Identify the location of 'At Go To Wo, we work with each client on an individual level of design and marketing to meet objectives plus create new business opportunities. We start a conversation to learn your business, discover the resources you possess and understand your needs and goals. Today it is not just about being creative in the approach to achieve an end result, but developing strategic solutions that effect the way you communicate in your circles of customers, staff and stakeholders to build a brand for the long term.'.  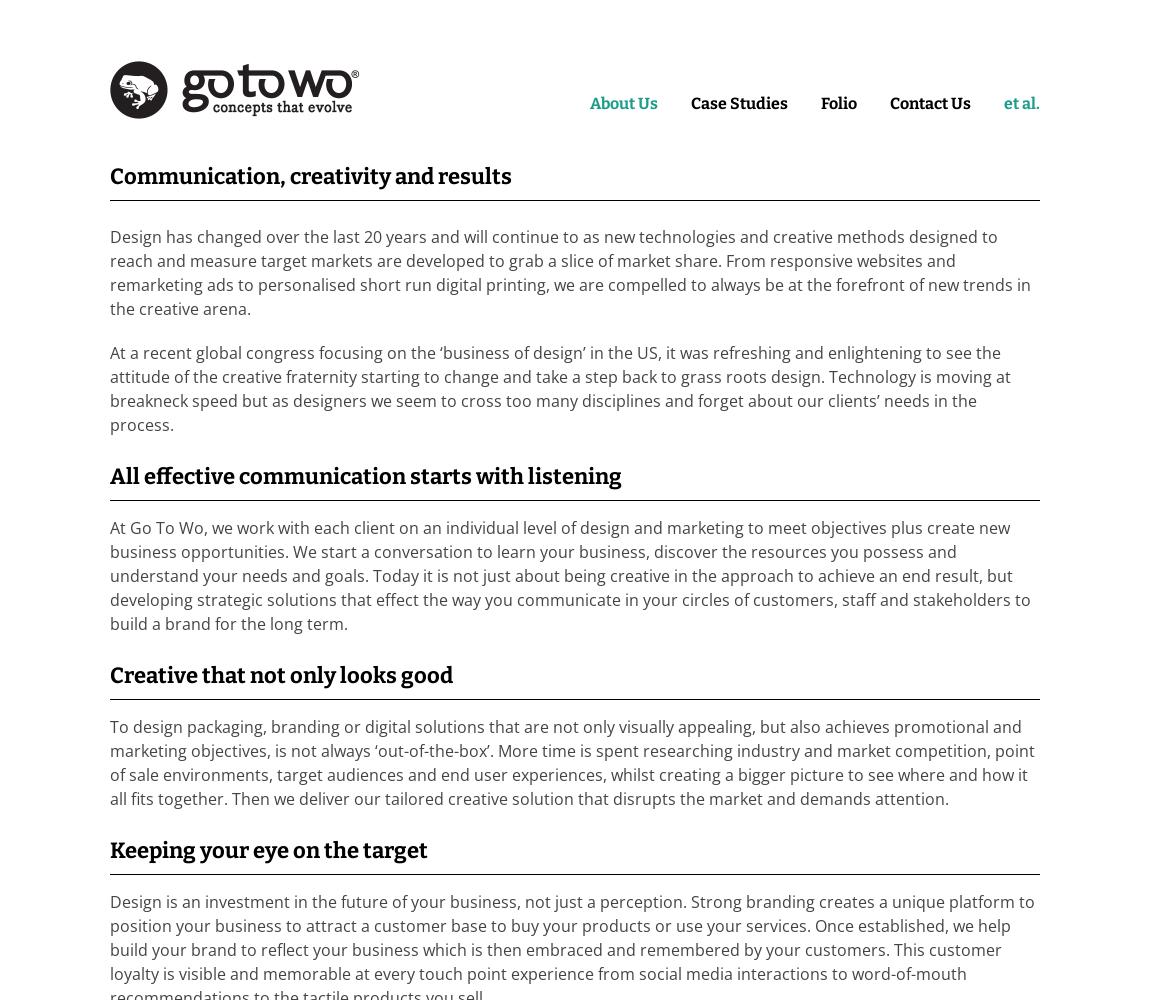
(570, 575).